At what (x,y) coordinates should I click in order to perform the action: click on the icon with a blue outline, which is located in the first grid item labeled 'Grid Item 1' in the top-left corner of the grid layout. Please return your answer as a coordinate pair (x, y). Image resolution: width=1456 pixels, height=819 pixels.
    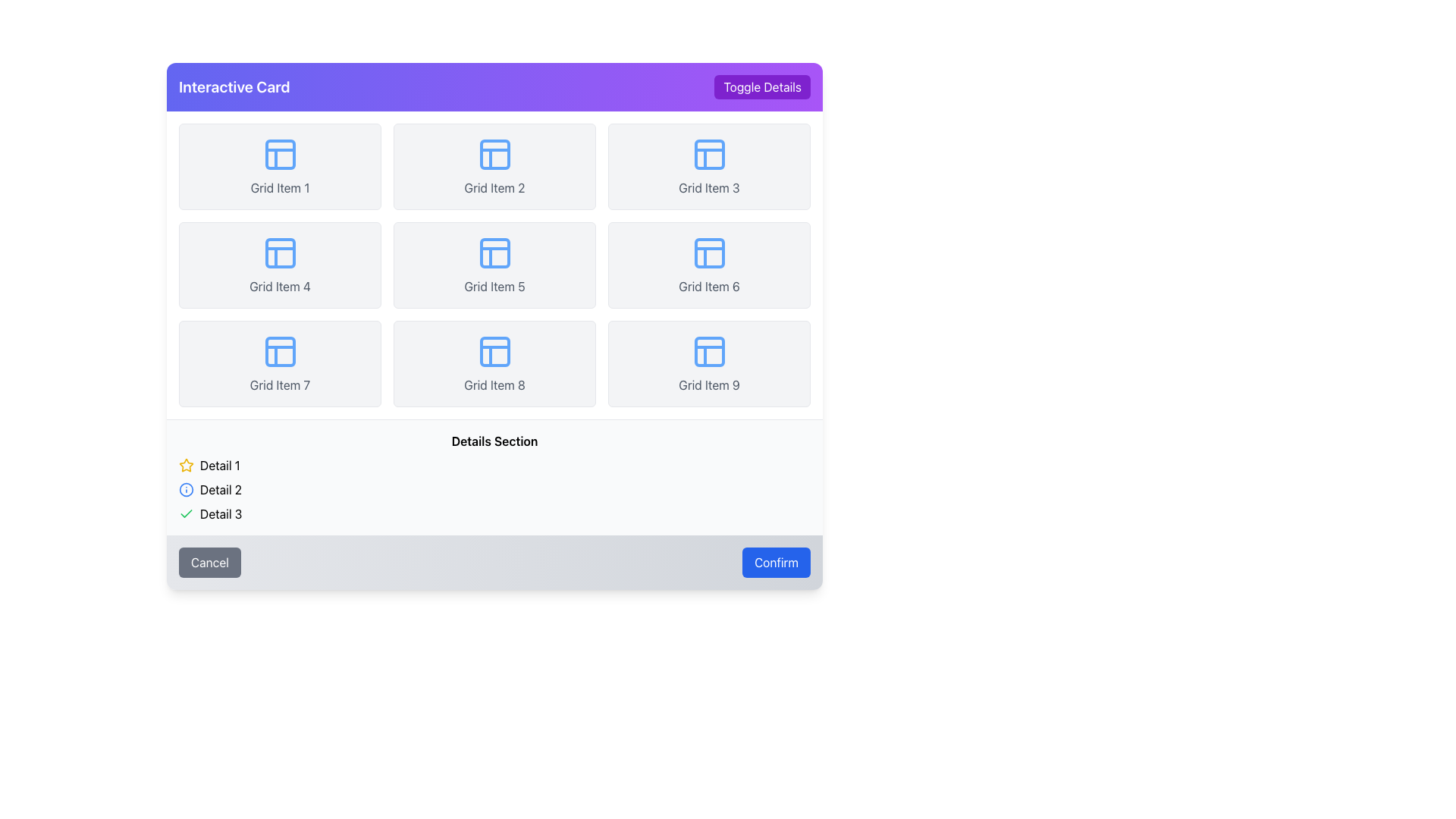
    Looking at the image, I should click on (280, 155).